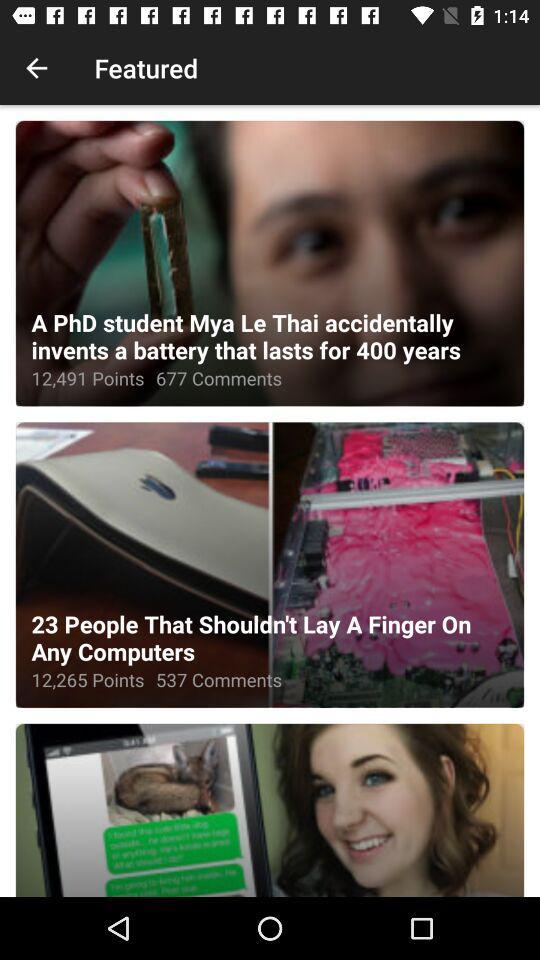 The height and width of the screenshot is (960, 540). Describe the element at coordinates (36, 68) in the screenshot. I see `the arrow_backward icon` at that location.